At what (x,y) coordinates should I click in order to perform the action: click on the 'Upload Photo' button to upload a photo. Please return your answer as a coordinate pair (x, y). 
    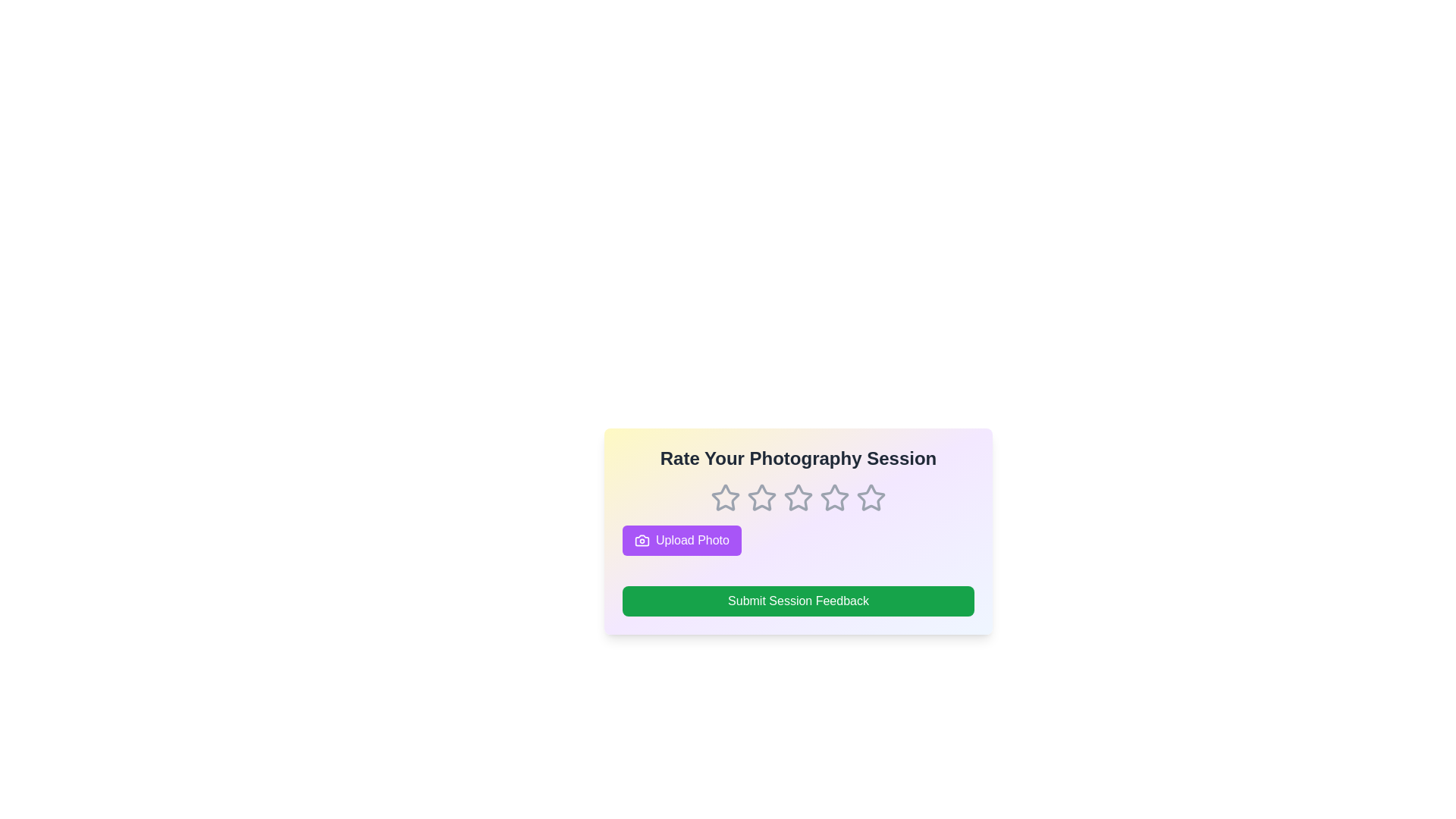
    Looking at the image, I should click on (680, 540).